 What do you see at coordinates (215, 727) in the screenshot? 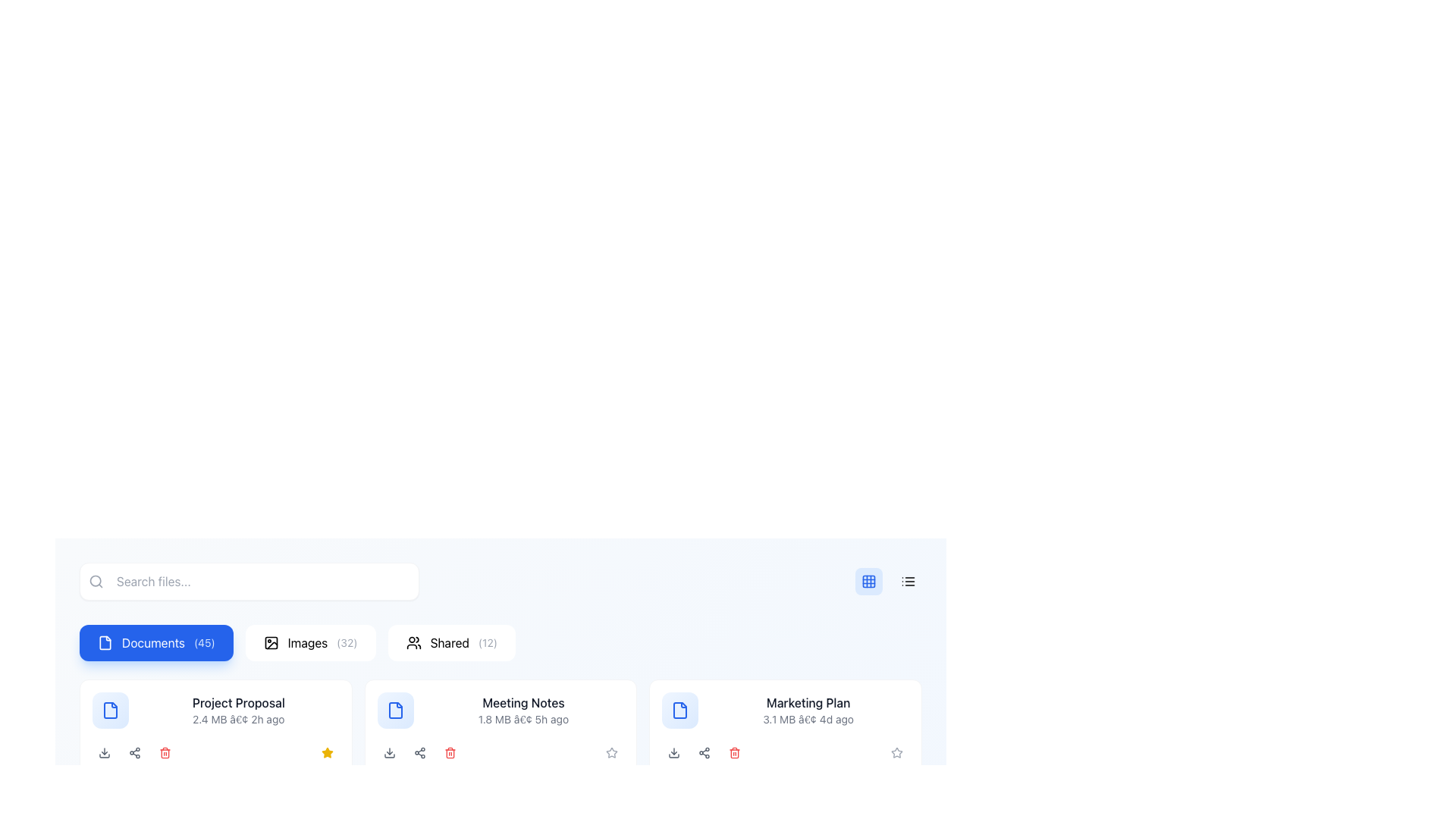
I see `the download icon on the selectable file card located in the first column of the grid layout, positioned below the navigation menu` at bounding box center [215, 727].